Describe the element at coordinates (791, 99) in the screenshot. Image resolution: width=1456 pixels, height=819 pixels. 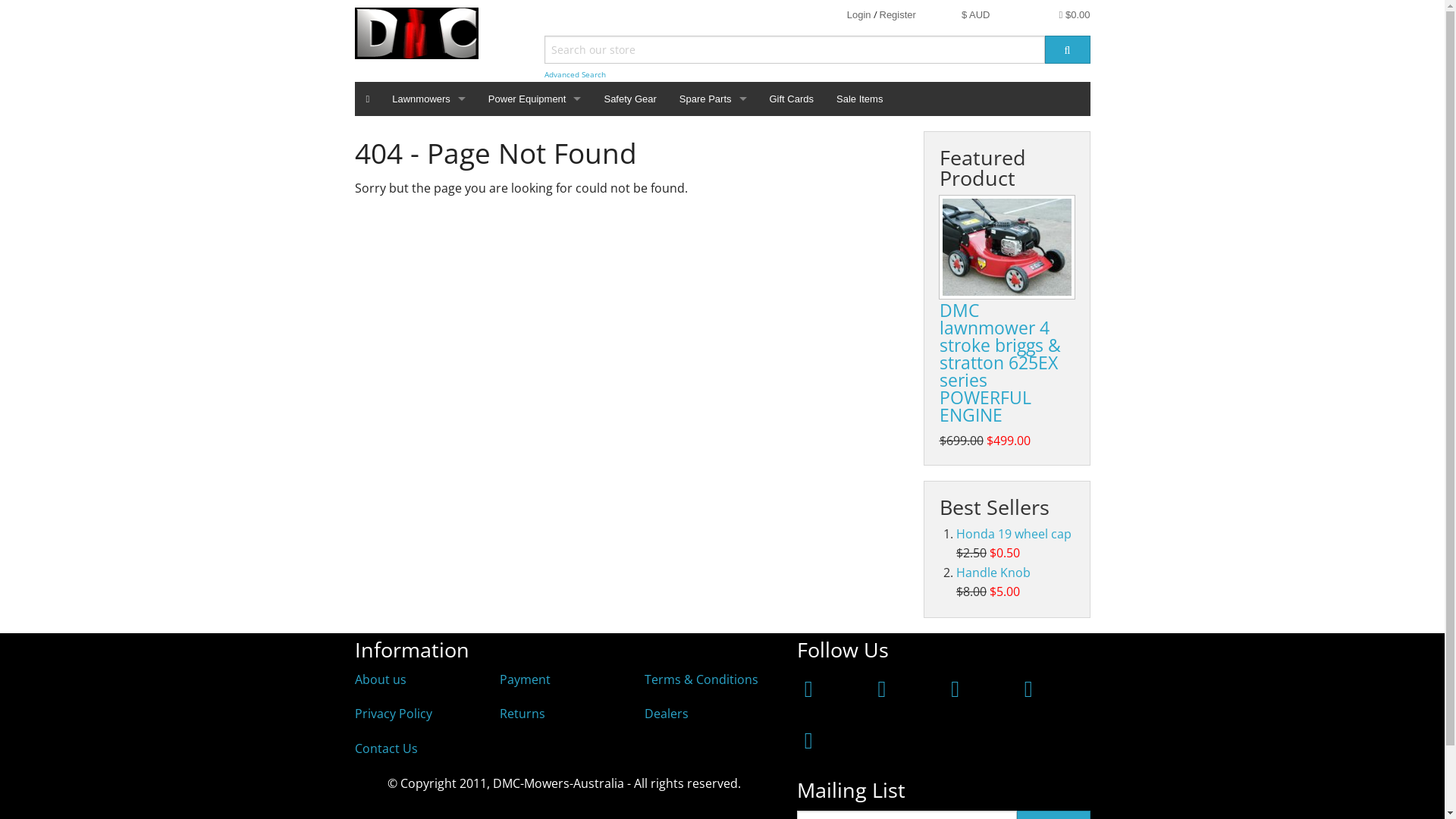
I see `'Gift Cards'` at that location.